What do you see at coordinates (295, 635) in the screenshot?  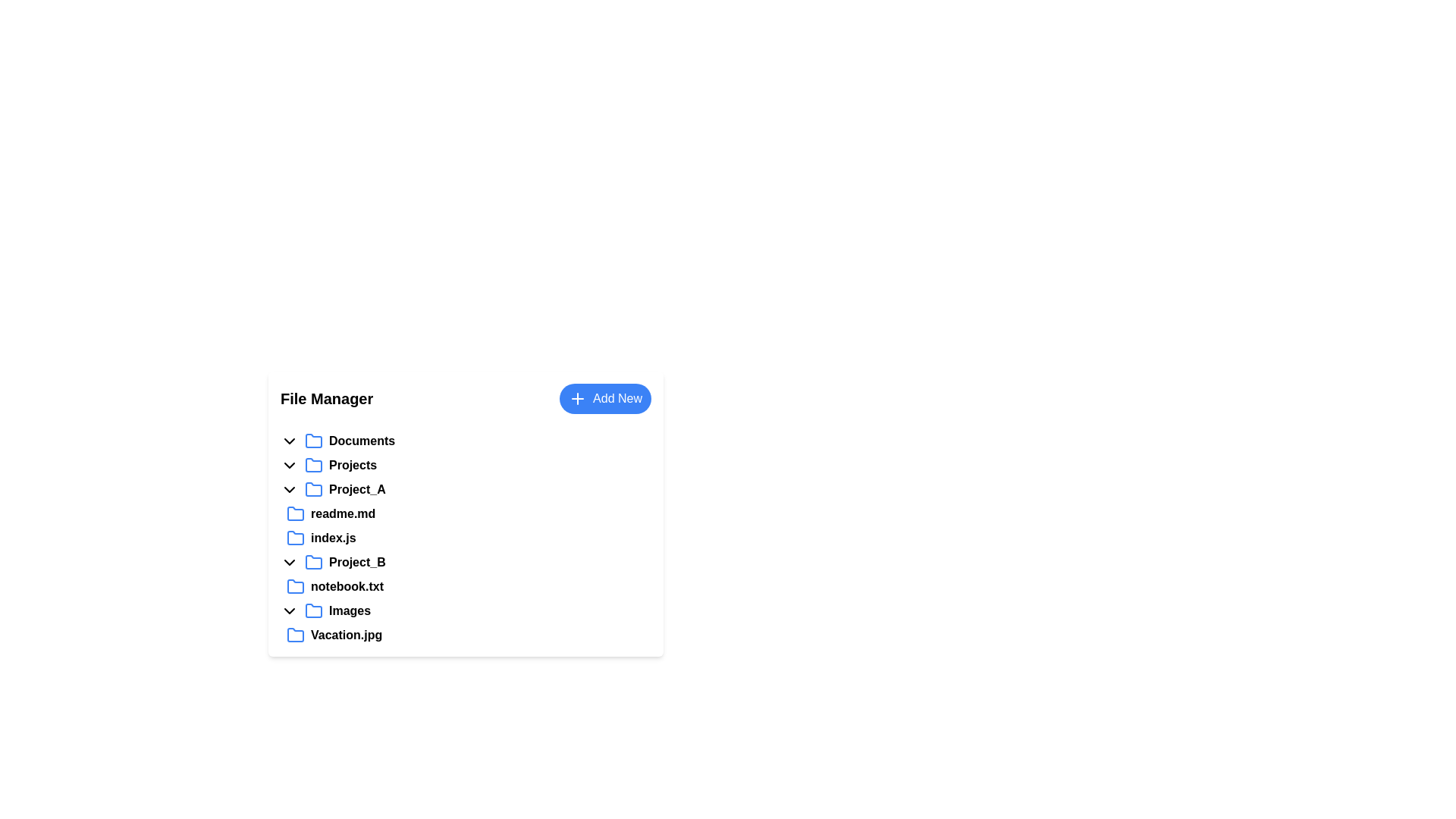 I see `the folder icon representing the 'Images' folder` at bounding box center [295, 635].